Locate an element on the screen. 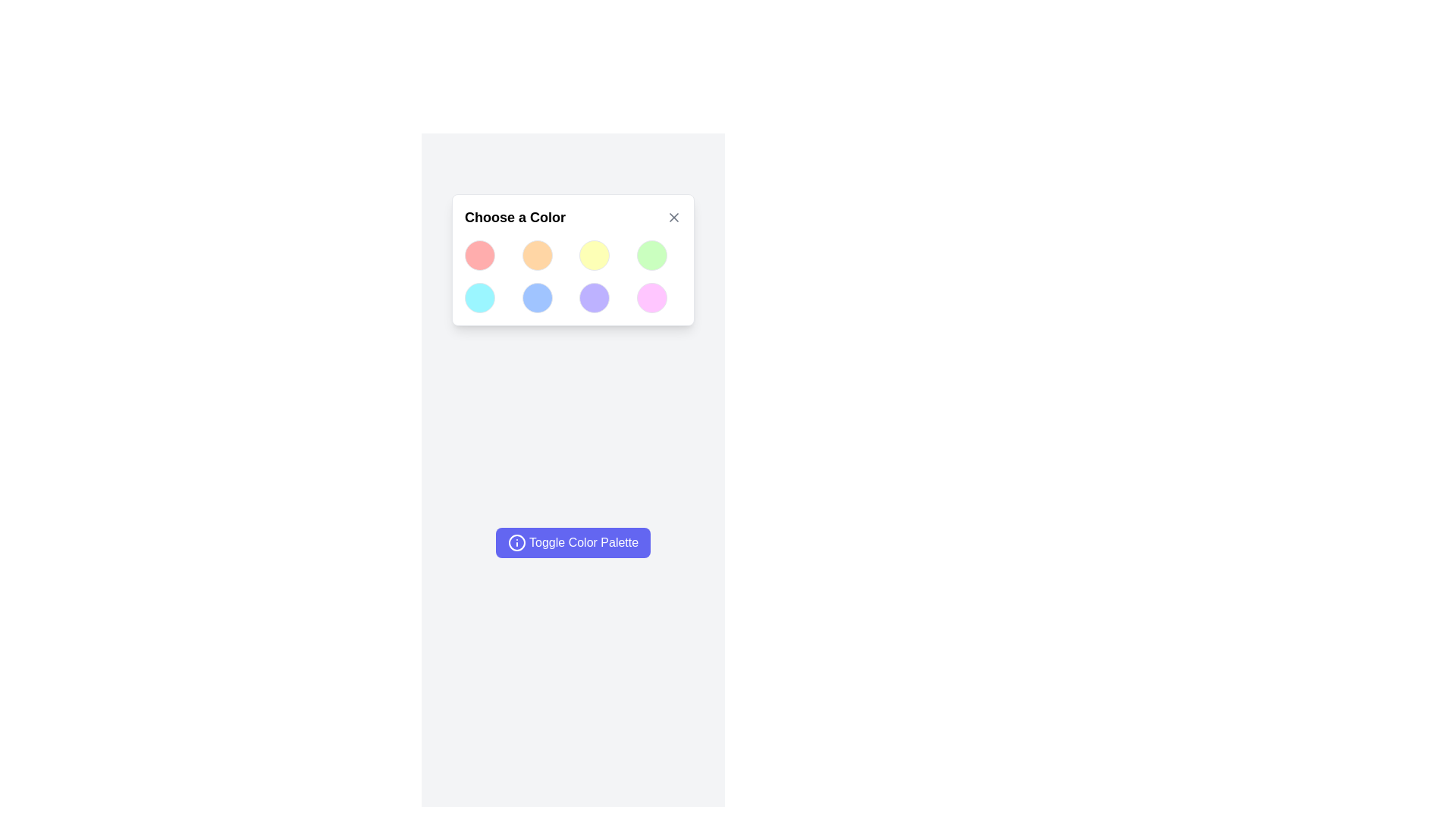  the informational icon located on the left side of the 'Toggle Color Palette' button is located at coordinates (516, 542).